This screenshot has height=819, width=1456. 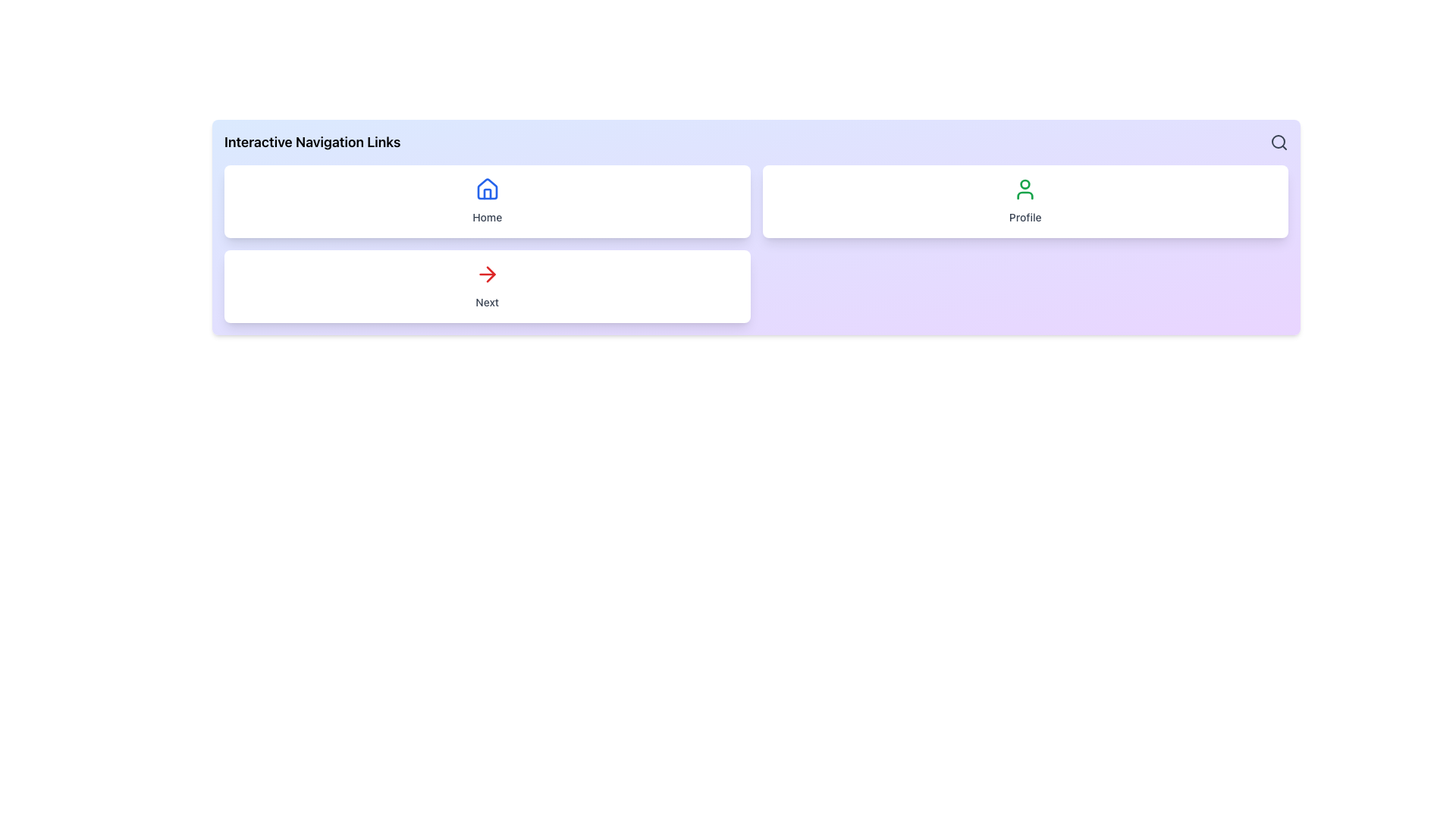 I want to click on the decorative detail within the house icon located in the top-left quadrant of the interface, so click(x=487, y=193).